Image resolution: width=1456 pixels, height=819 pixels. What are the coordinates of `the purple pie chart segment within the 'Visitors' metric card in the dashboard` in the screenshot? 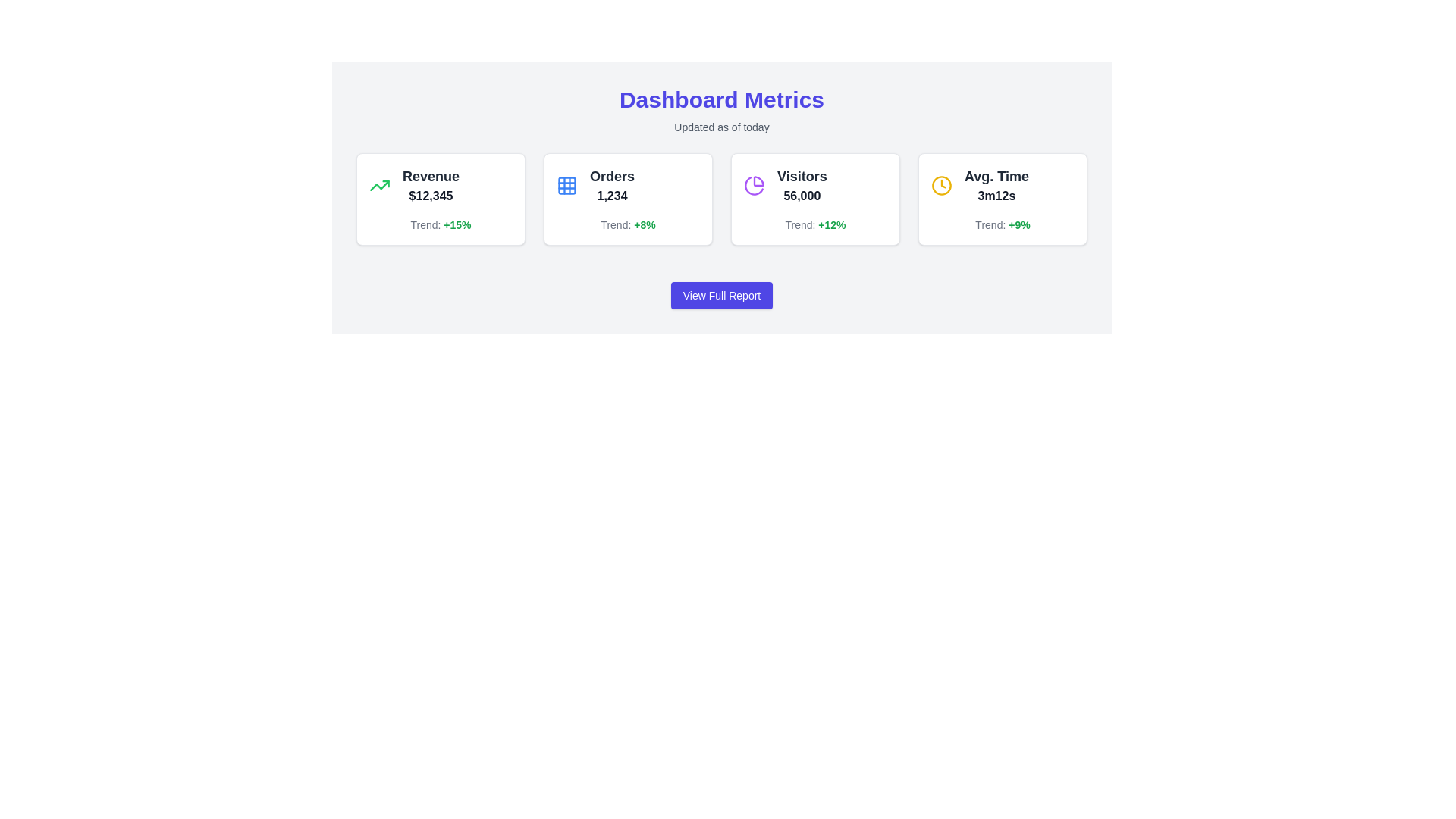 It's located at (758, 180).